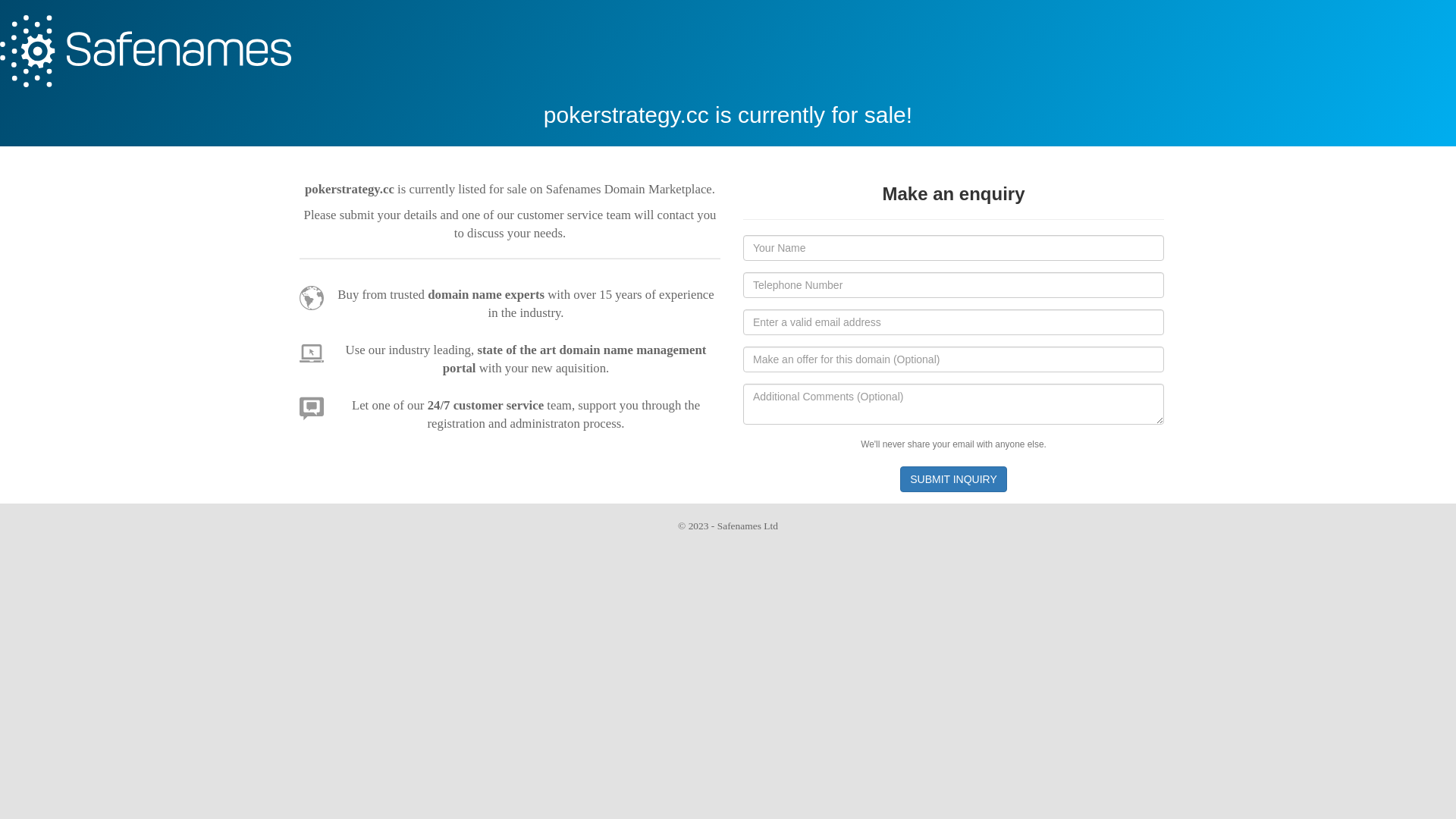 The width and height of the screenshot is (1456, 819). Describe the element at coordinates (952, 479) in the screenshot. I see `'SUBMIT INQUIRY'` at that location.